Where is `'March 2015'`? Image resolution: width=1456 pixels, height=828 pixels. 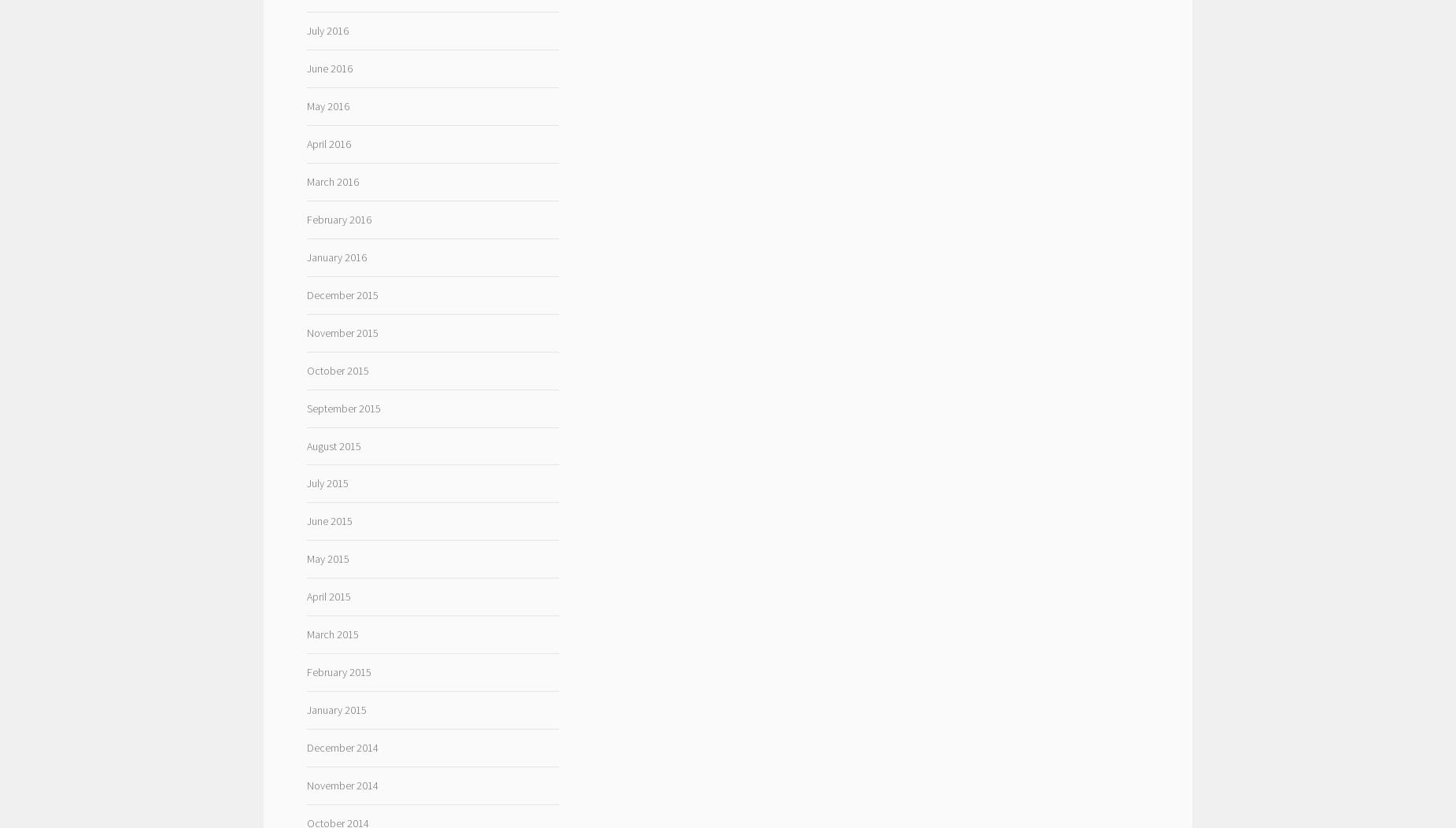
'March 2015' is located at coordinates (305, 634).